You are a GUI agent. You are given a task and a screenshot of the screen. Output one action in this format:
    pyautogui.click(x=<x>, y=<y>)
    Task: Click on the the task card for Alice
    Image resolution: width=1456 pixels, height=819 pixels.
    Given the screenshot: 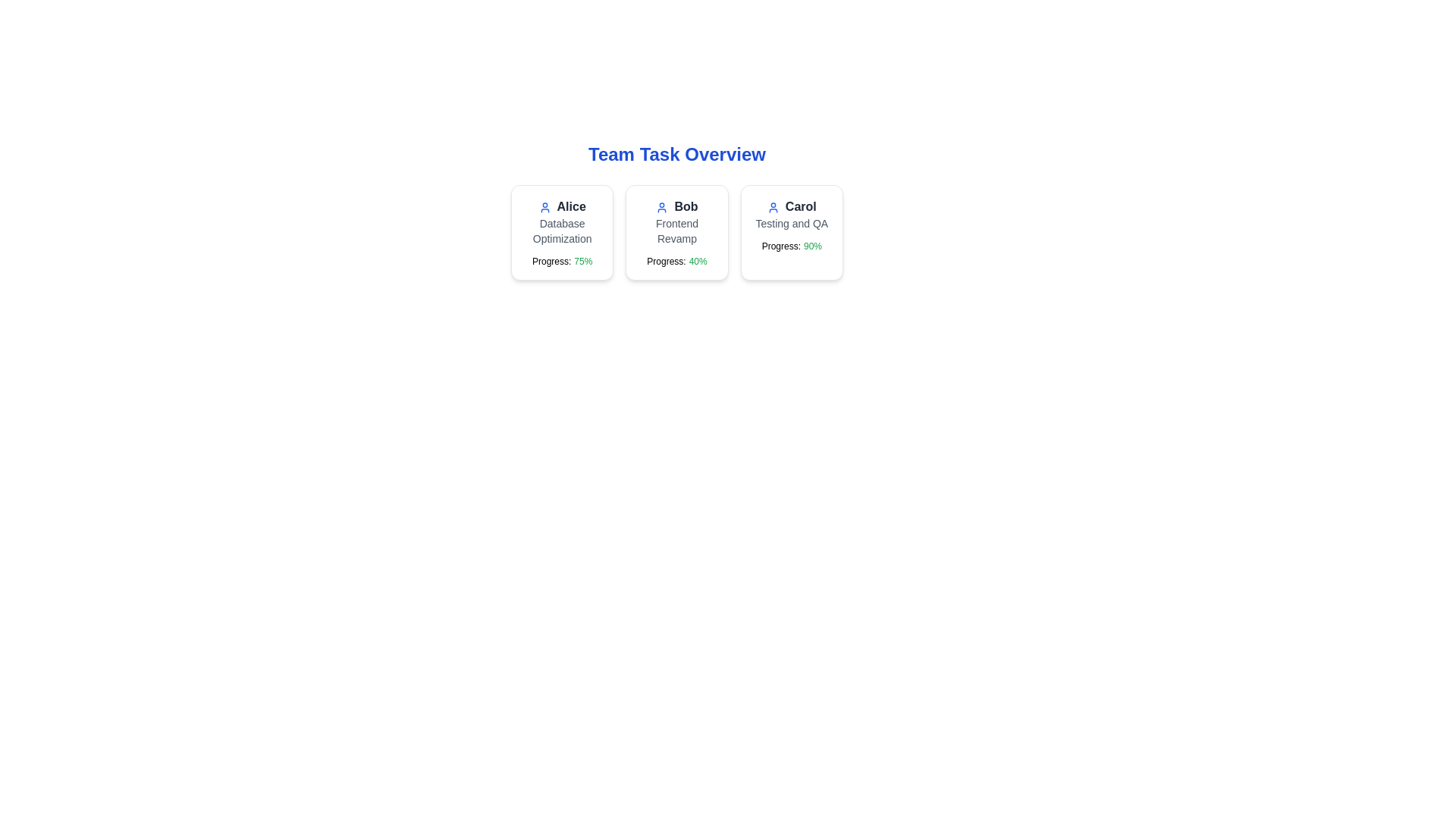 What is the action you would take?
    pyautogui.click(x=561, y=233)
    